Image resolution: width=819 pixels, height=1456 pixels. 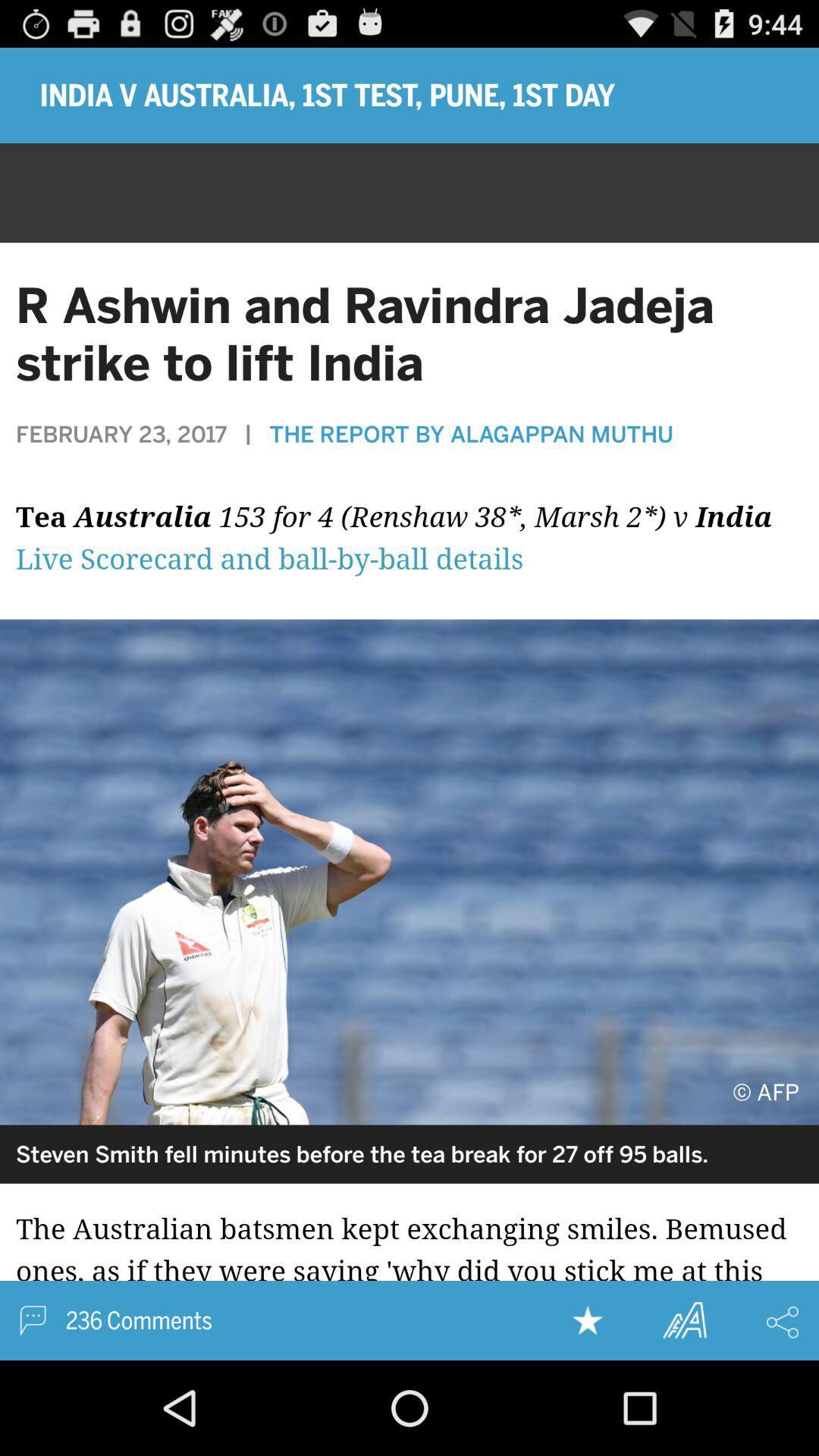 What do you see at coordinates (587, 1412) in the screenshot?
I see `the star icon` at bounding box center [587, 1412].